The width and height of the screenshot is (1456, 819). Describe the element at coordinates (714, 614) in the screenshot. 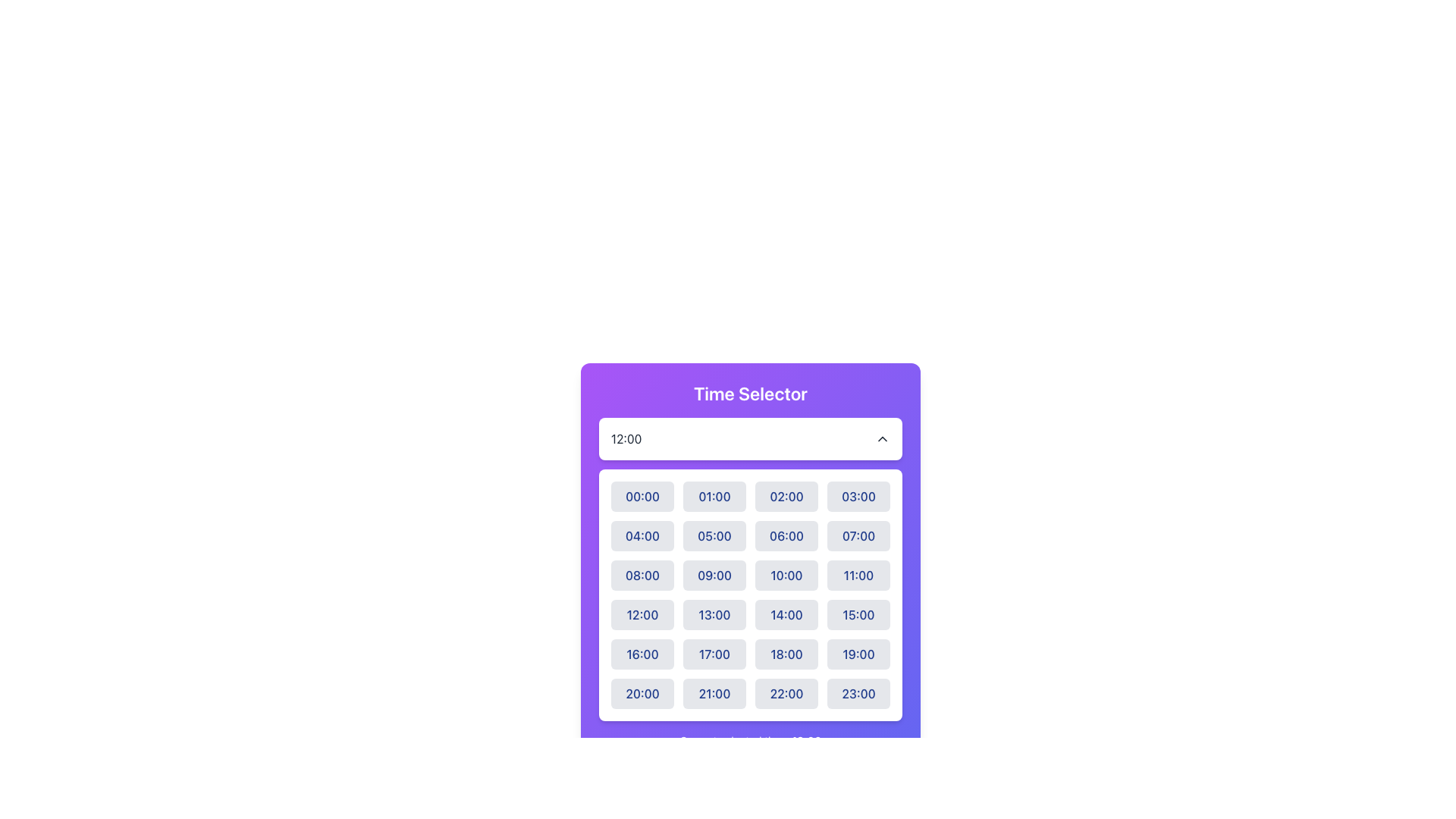

I see `the button in the fourth row and second column of the time selection grid to change its color` at that location.